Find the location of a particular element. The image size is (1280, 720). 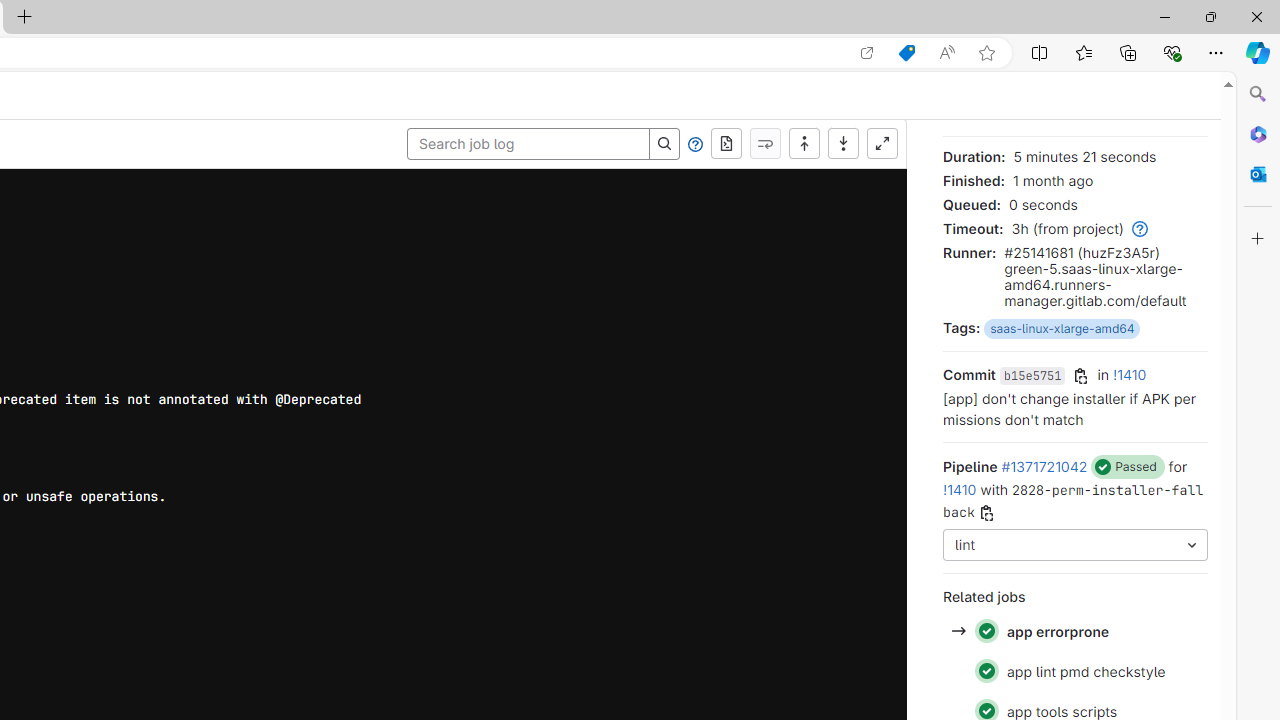

'Status: Passed app lint pmd checkstyle' is located at coordinates (1072, 671).